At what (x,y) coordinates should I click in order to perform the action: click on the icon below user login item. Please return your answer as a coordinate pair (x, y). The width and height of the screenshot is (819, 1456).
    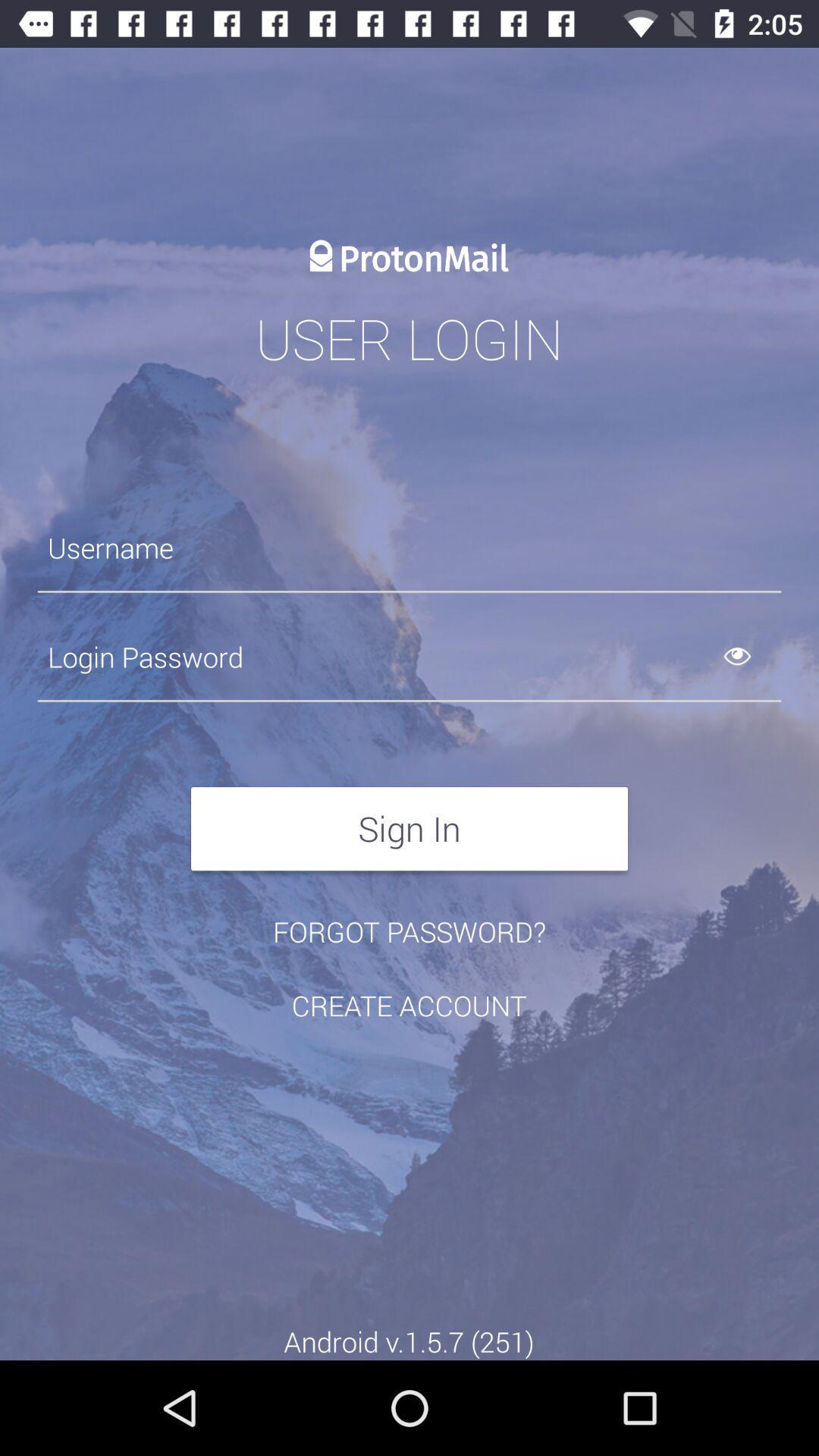
    Looking at the image, I should click on (409, 547).